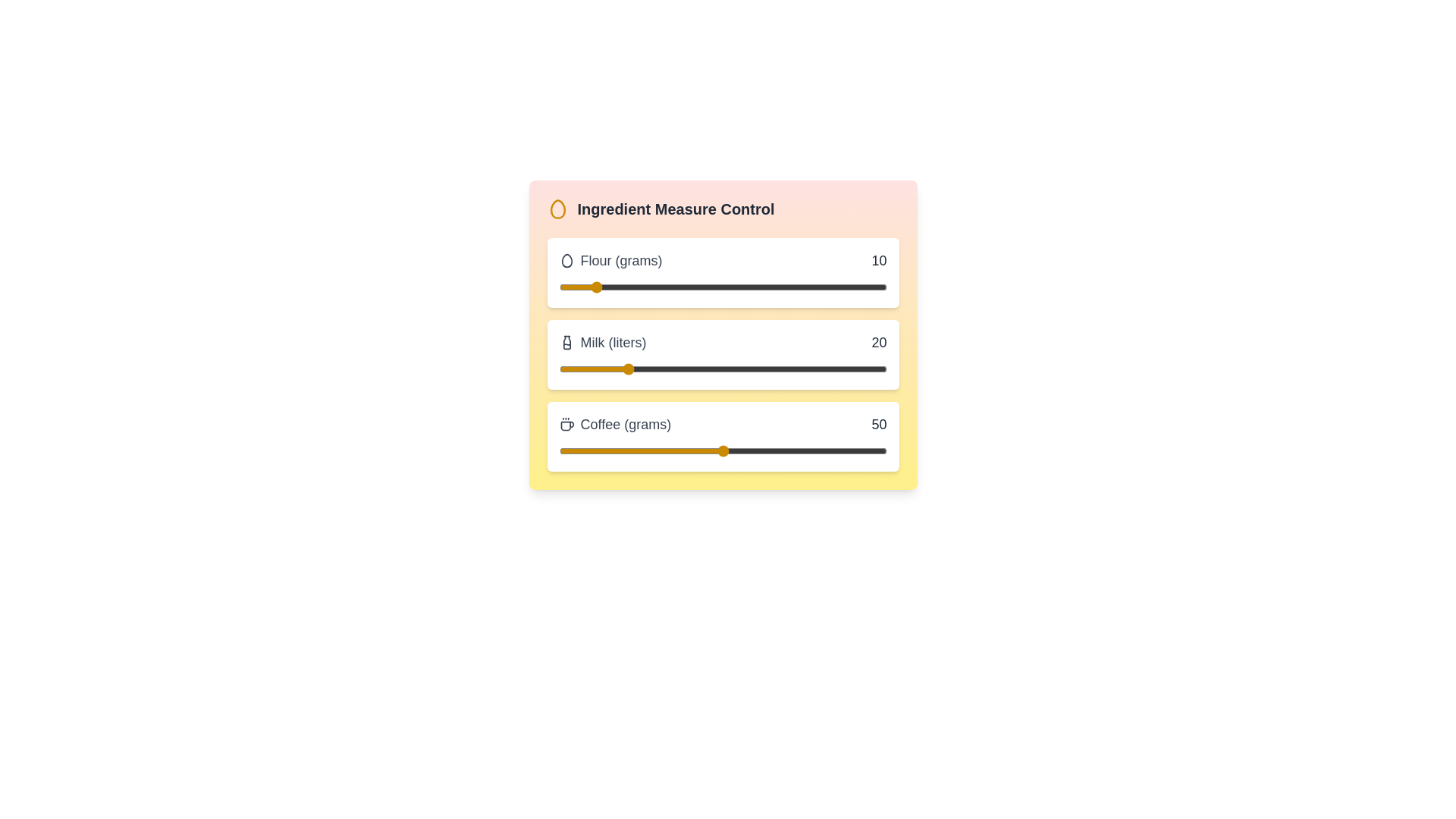 The height and width of the screenshot is (819, 1456). I want to click on the milk quantity, so click(759, 369).